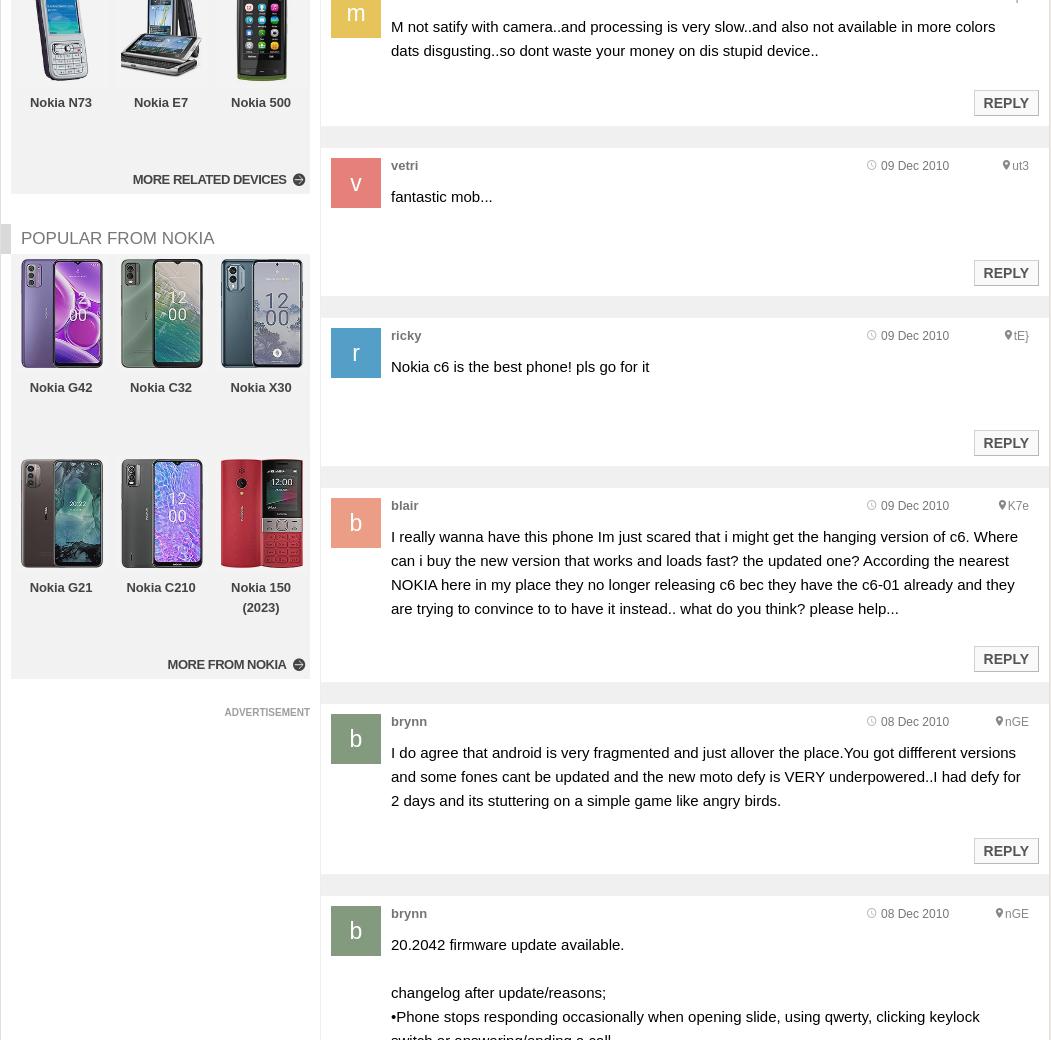 This screenshot has width=1051, height=1040. I want to click on 'Nokia E7', so click(159, 101).